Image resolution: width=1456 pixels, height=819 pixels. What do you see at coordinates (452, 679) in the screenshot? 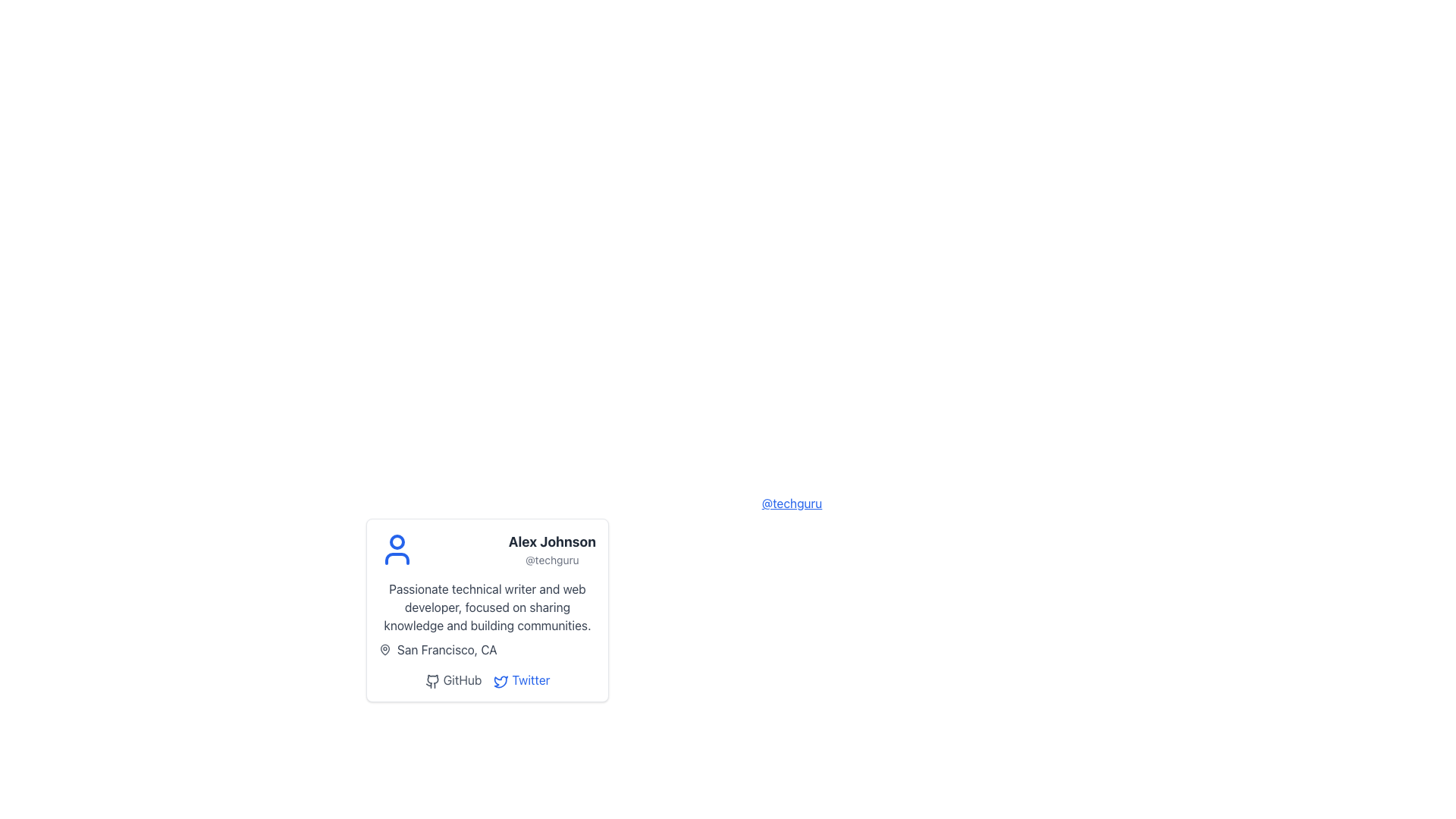
I see `the 'GitHub' hyperlink, which is the first link in a horizontal series at the bottom of the user profile card` at bounding box center [452, 679].